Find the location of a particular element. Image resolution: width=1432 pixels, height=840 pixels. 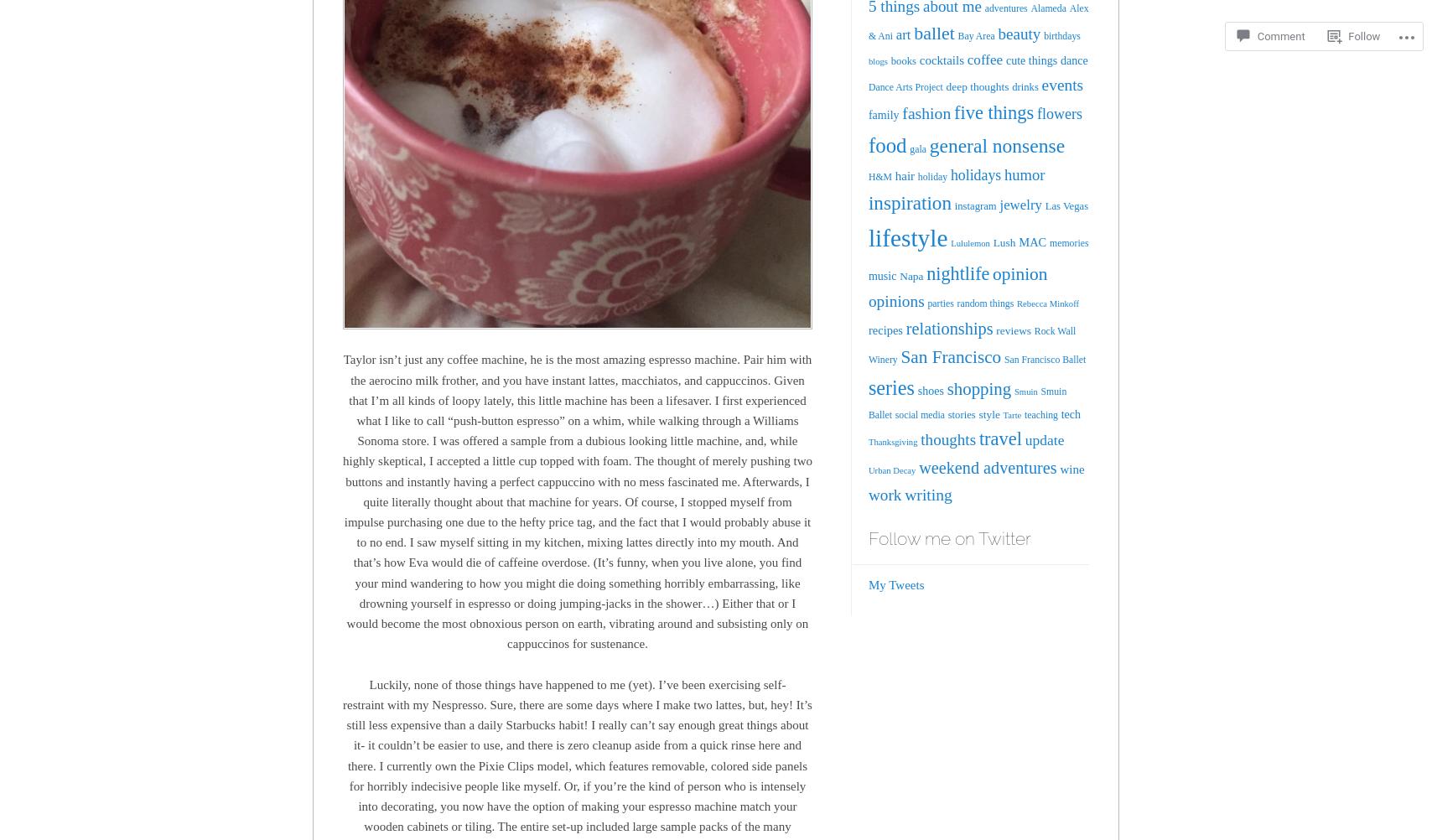

'adventures' is located at coordinates (1005, 8).